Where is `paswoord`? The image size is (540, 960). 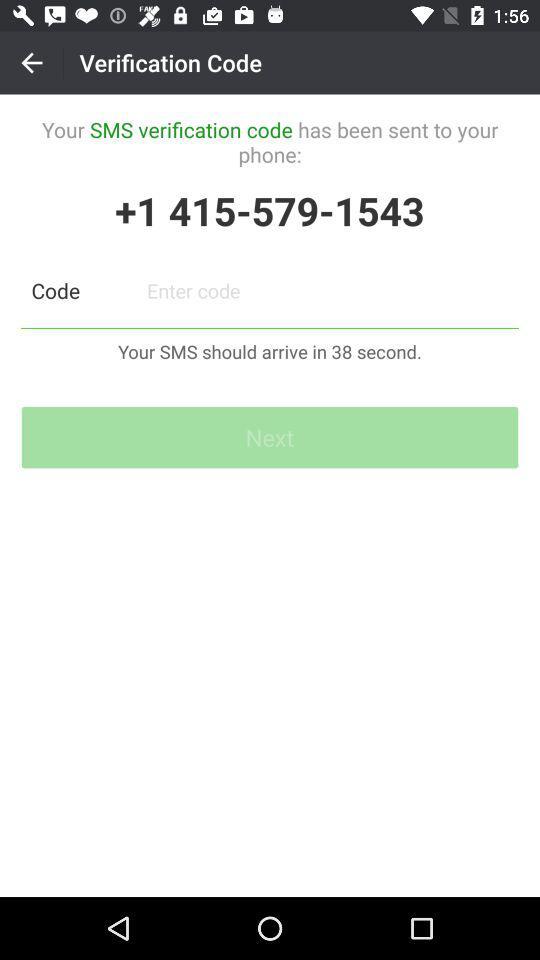
paswoord is located at coordinates (327, 289).